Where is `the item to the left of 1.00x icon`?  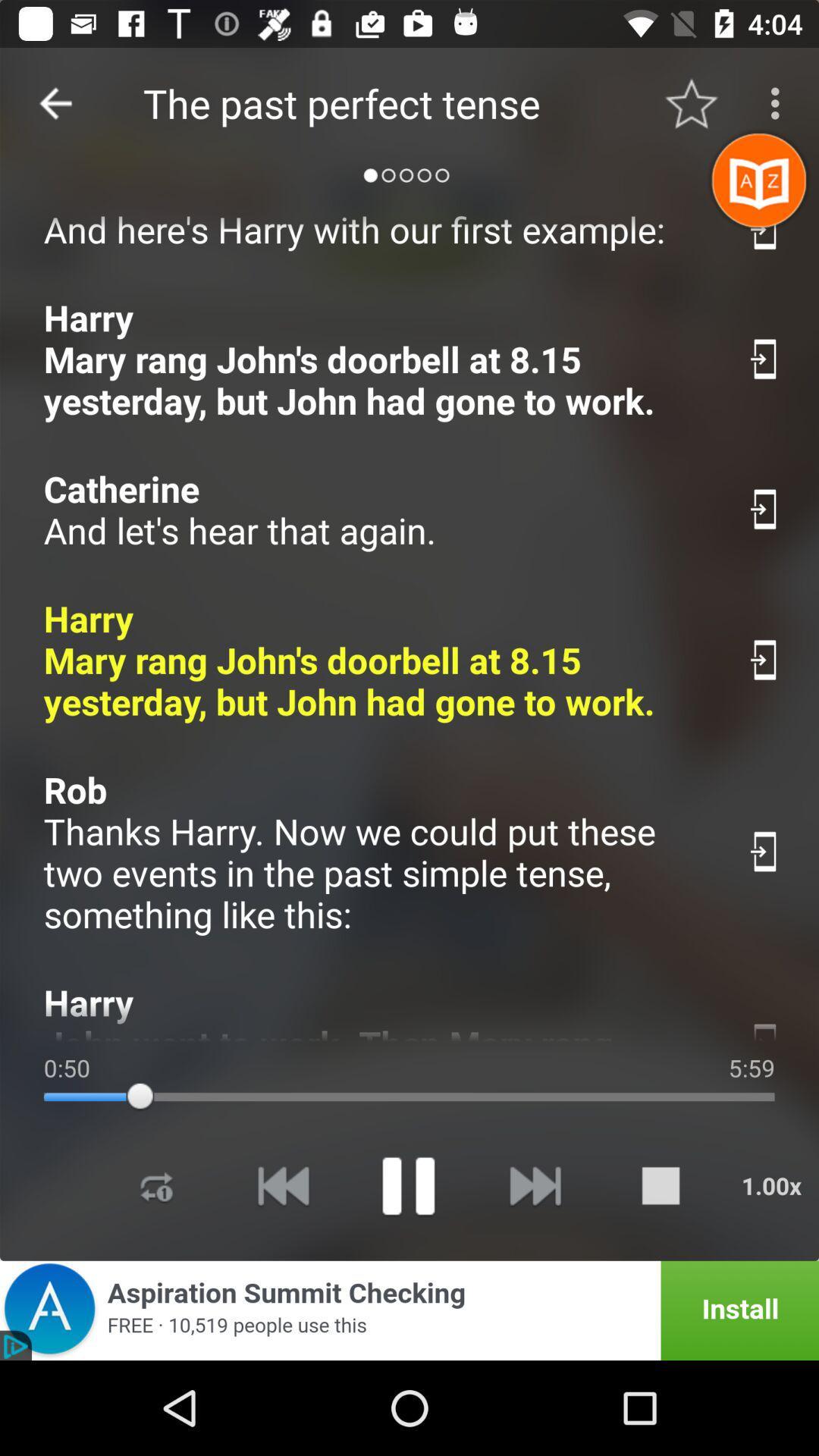 the item to the left of 1.00x icon is located at coordinates (660, 1185).